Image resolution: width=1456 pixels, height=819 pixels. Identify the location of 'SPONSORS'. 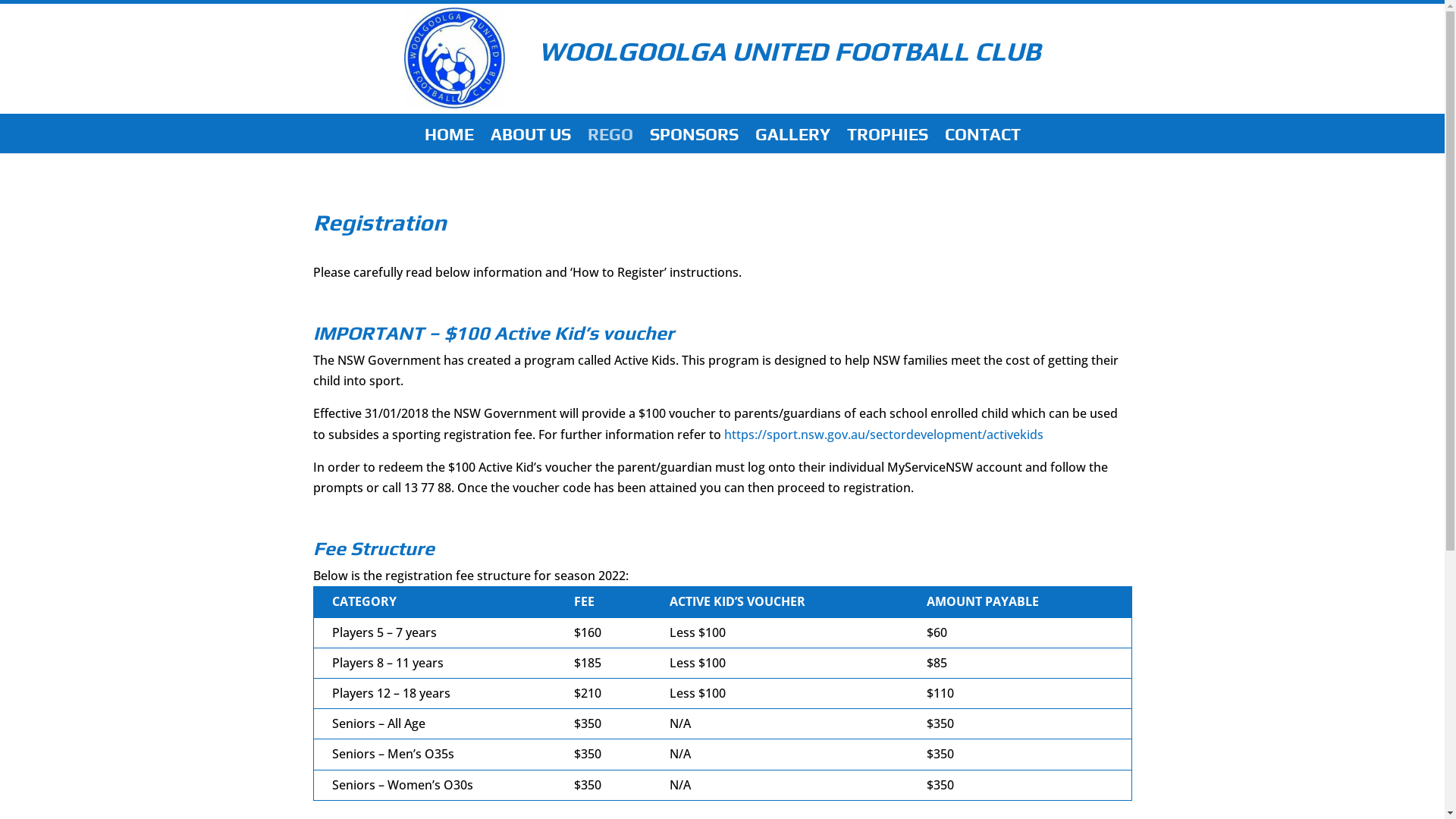
(692, 140).